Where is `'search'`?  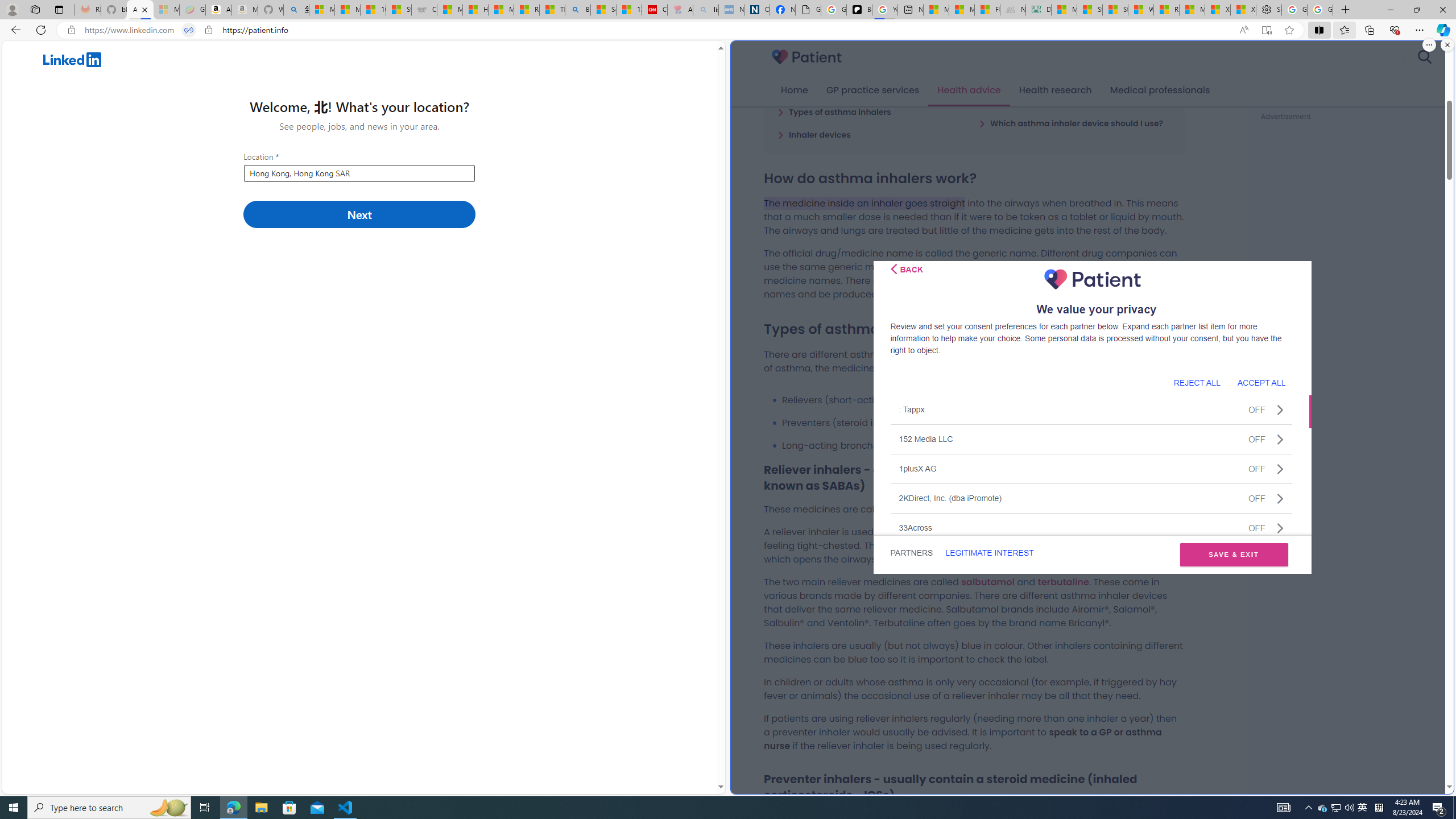 'search' is located at coordinates (1424, 56).